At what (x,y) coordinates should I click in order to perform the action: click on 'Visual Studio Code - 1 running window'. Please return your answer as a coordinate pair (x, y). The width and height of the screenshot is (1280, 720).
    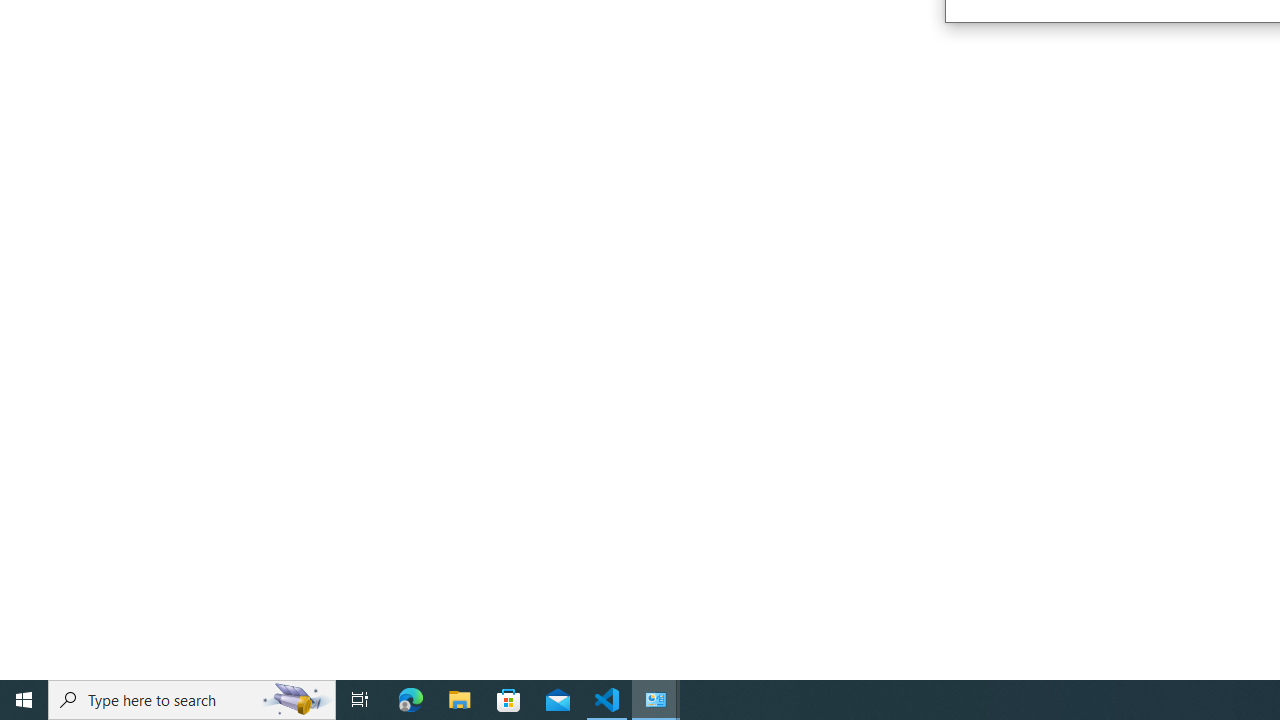
    Looking at the image, I should click on (606, 698).